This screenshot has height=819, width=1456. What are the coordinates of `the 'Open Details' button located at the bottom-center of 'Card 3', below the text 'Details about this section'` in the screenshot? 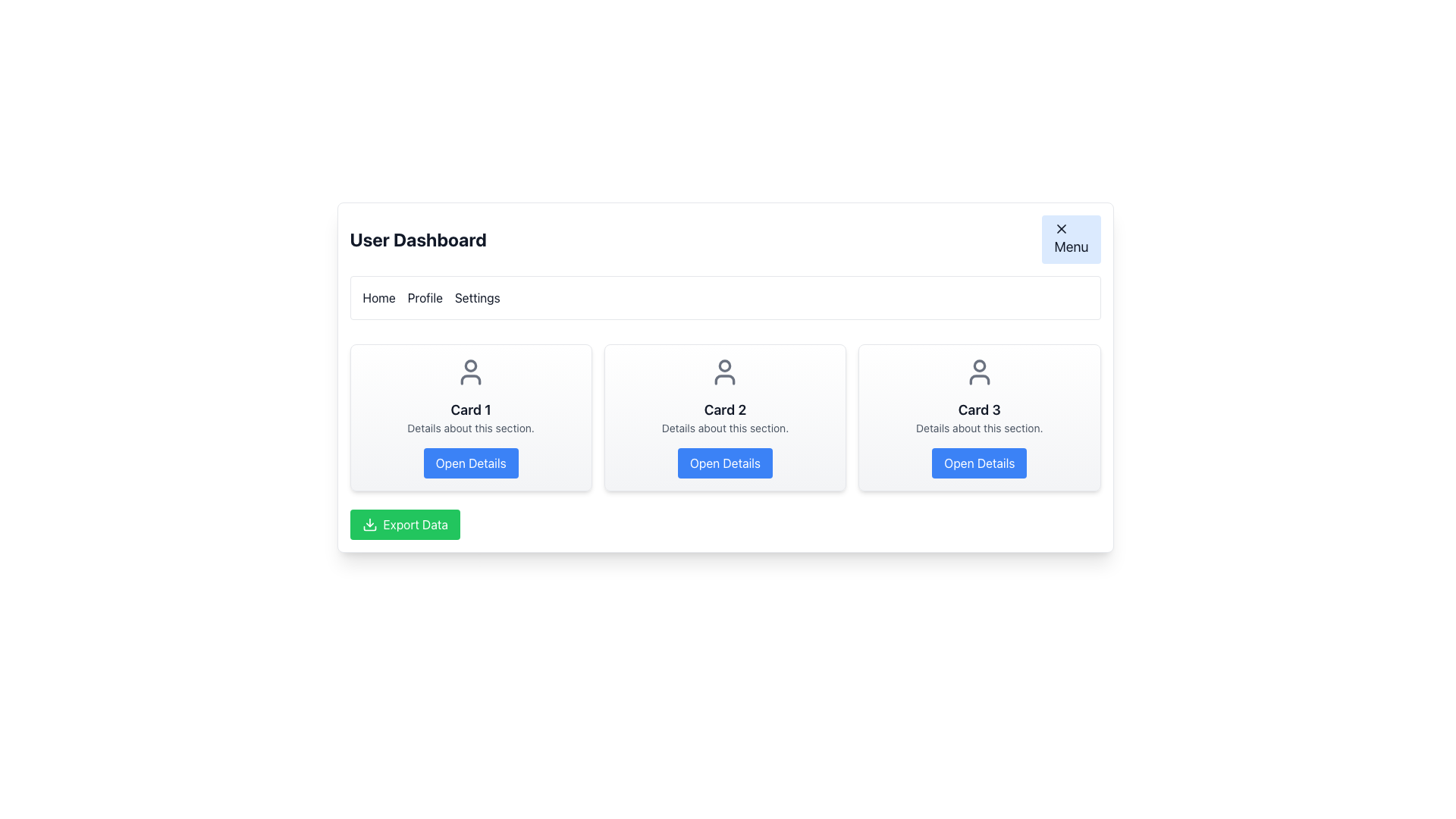 It's located at (979, 462).